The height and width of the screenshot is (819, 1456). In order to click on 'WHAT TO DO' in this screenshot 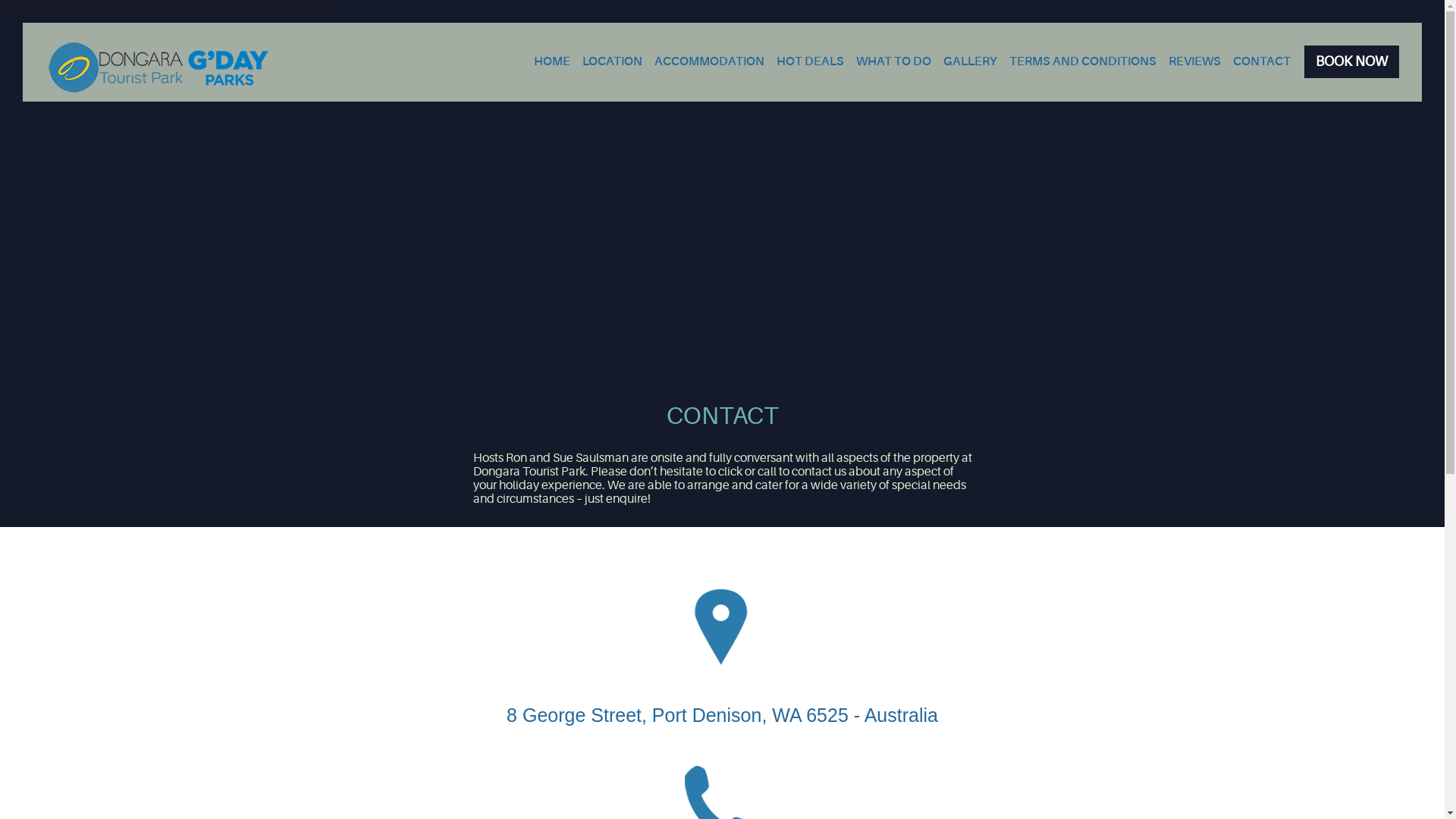, I will do `click(893, 61)`.